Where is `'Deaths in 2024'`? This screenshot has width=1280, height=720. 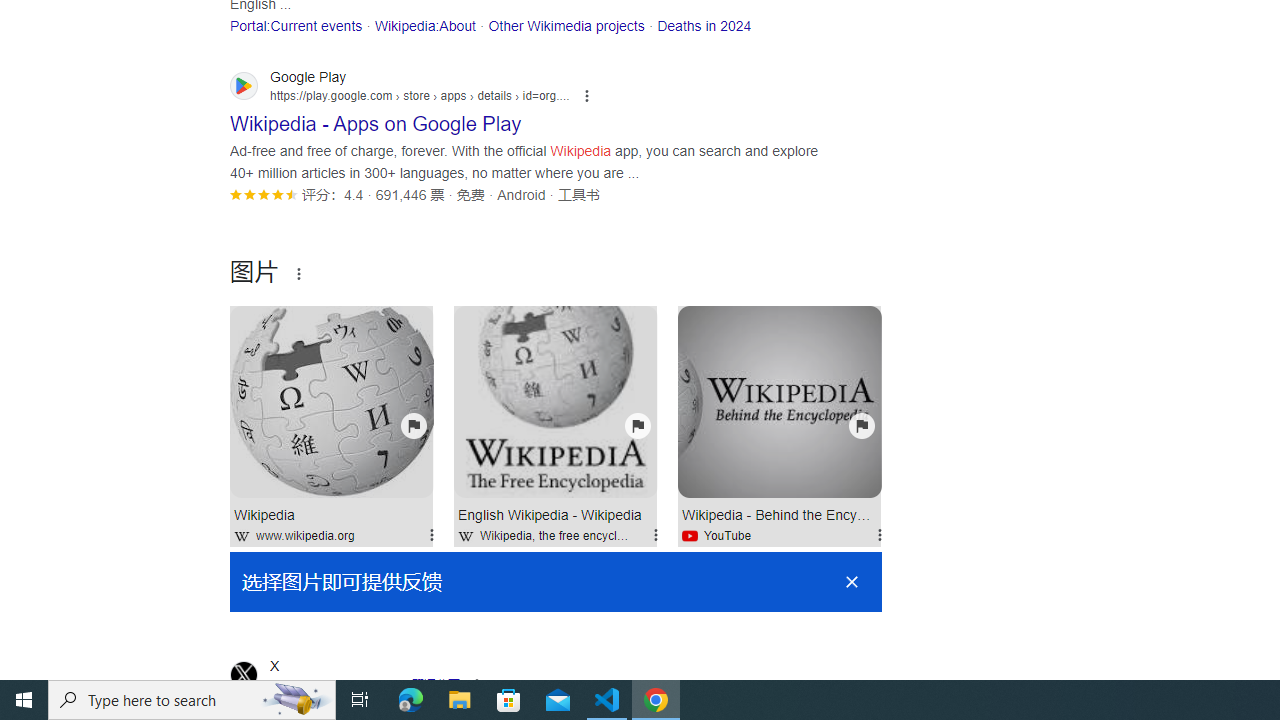 'Deaths in 2024' is located at coordinates (704, 25).